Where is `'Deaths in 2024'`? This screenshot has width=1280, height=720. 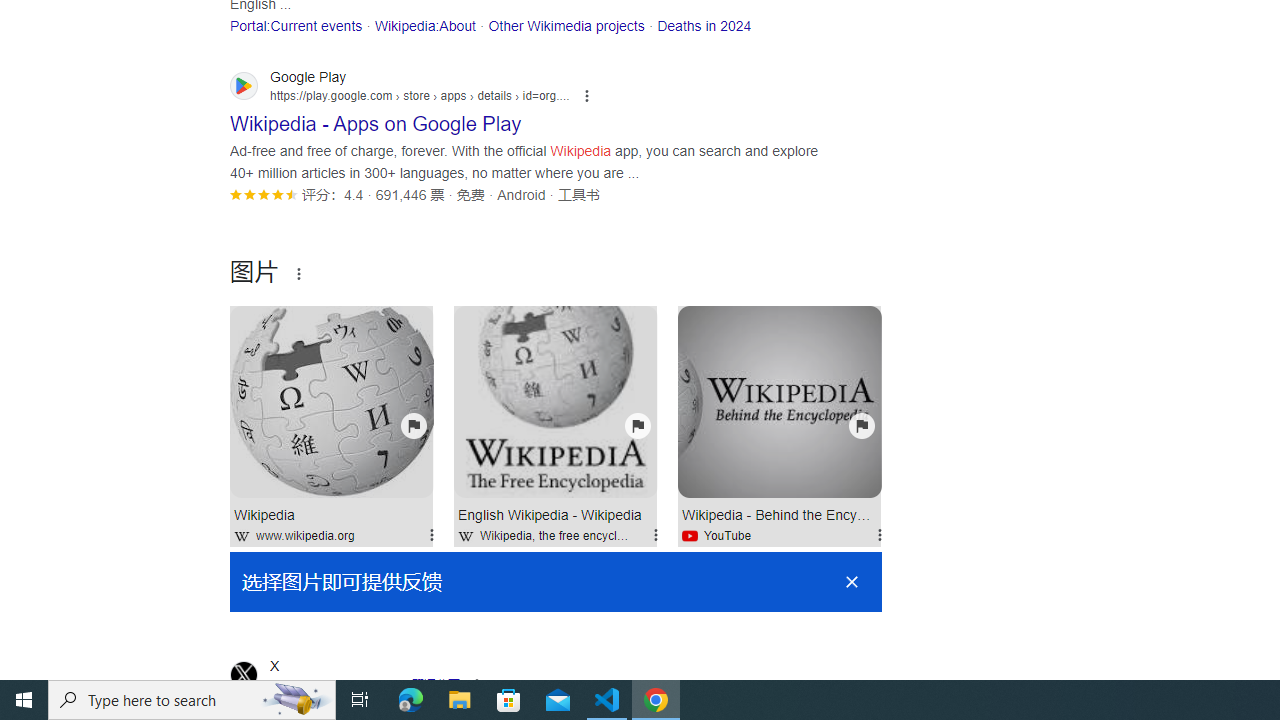 'Deaths in 2024' is located at coordinates (704, 25).